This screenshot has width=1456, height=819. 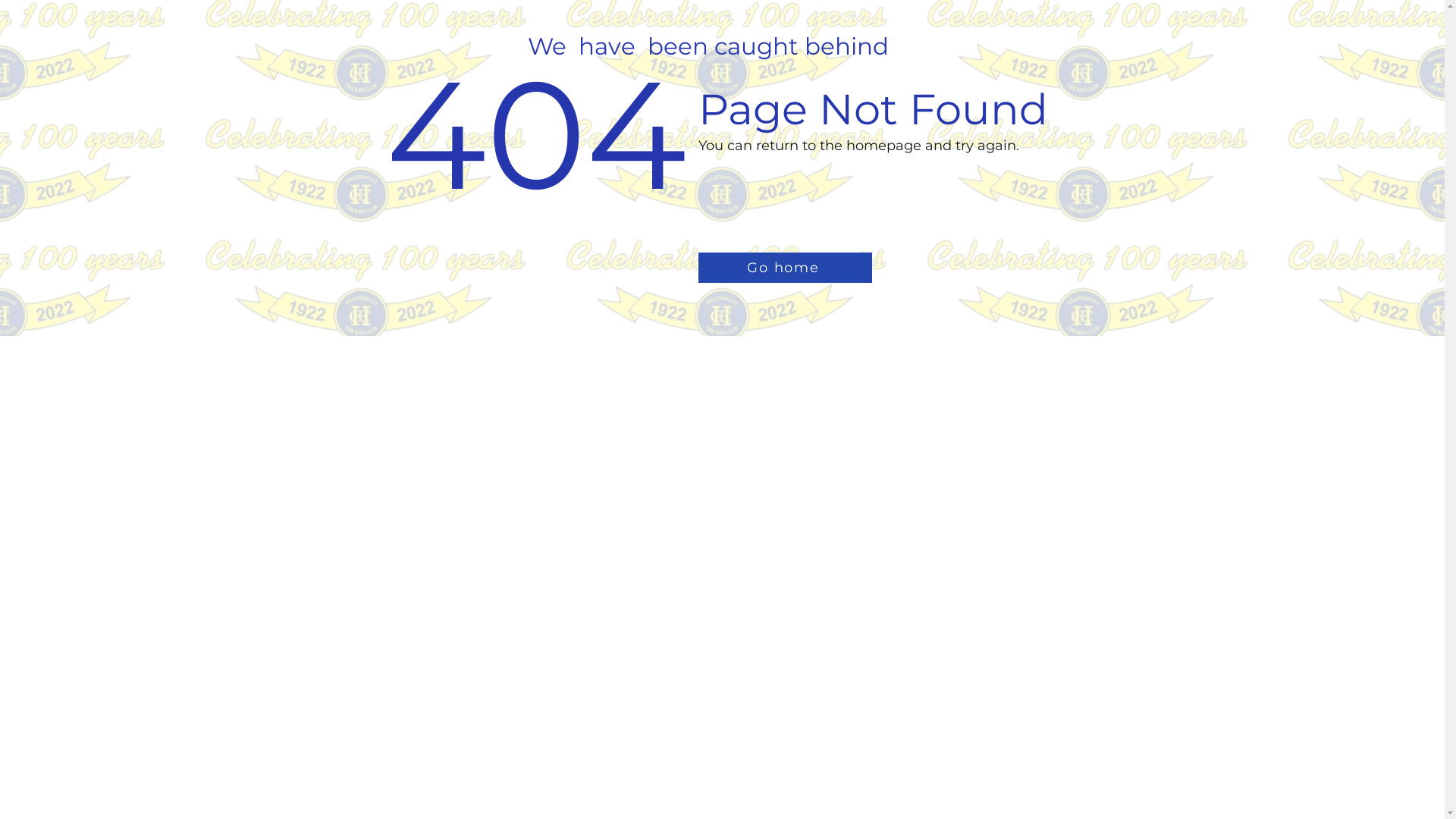 I want to click on 'Go home', so click(x=784, y=267).